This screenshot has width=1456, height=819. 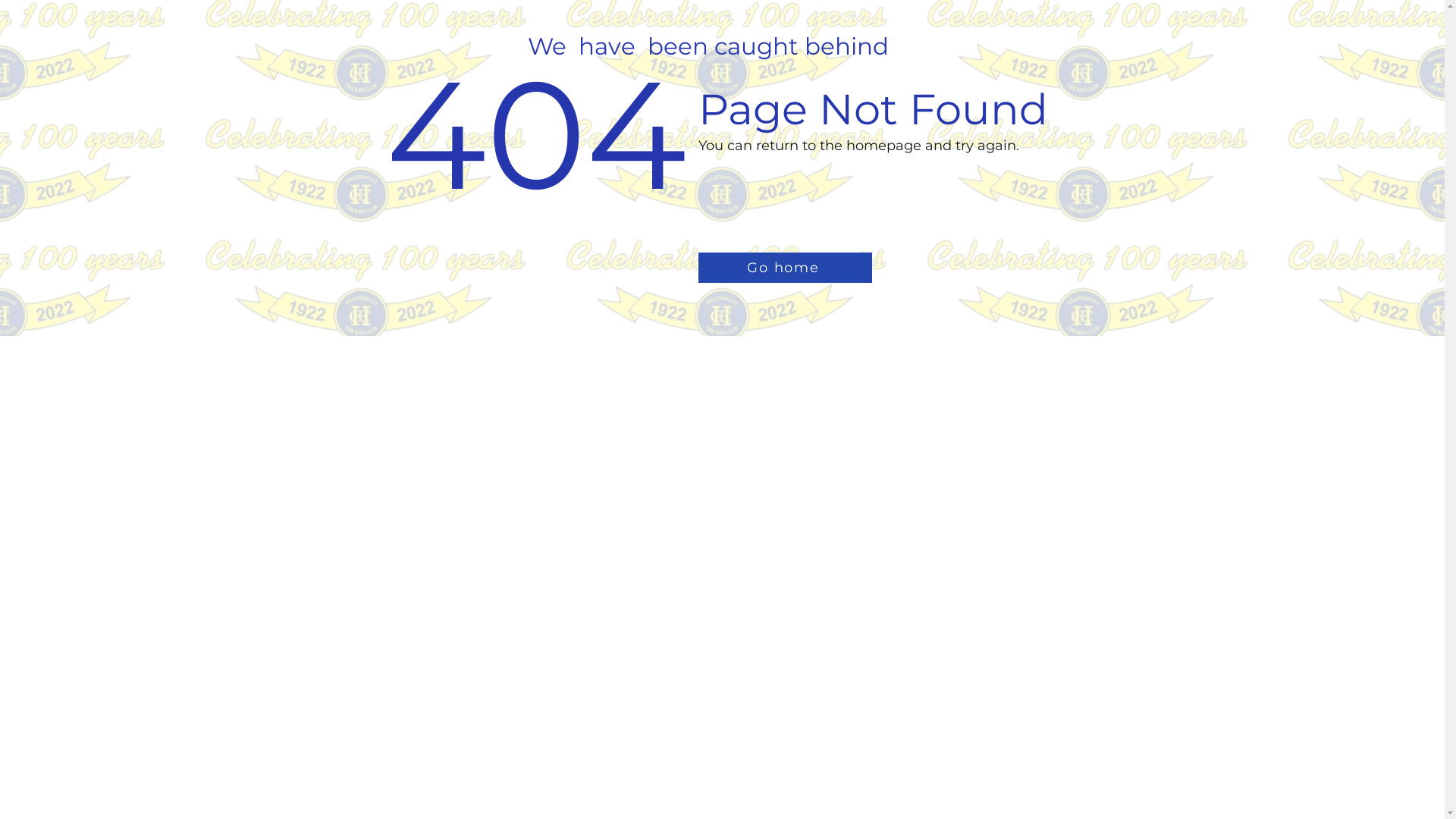 I want to click on 'Go home', so click(x=784, y=267).